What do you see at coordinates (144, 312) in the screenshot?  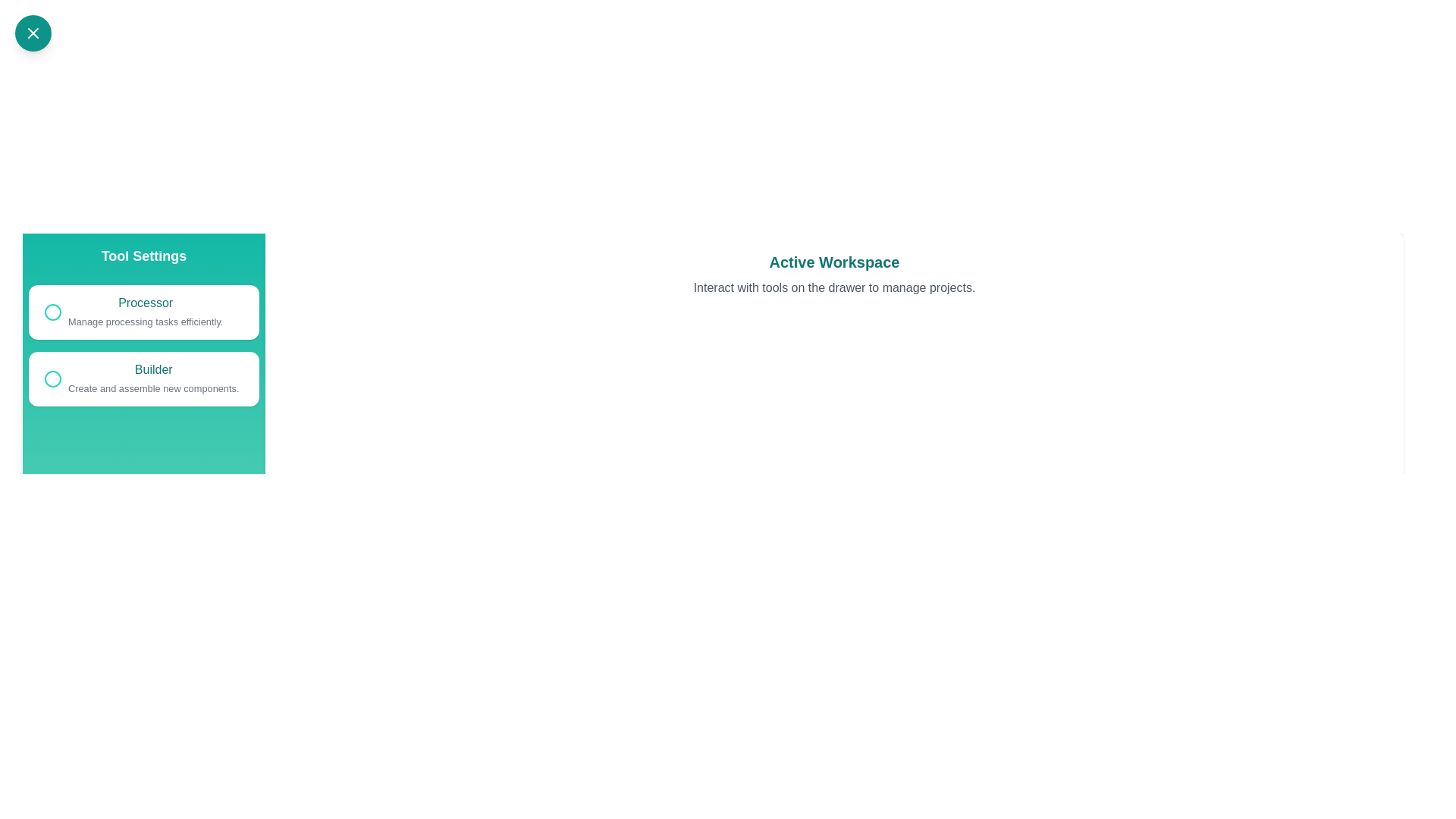 I see `the tool Processor from the tool list` at bounding box center [144, 312].